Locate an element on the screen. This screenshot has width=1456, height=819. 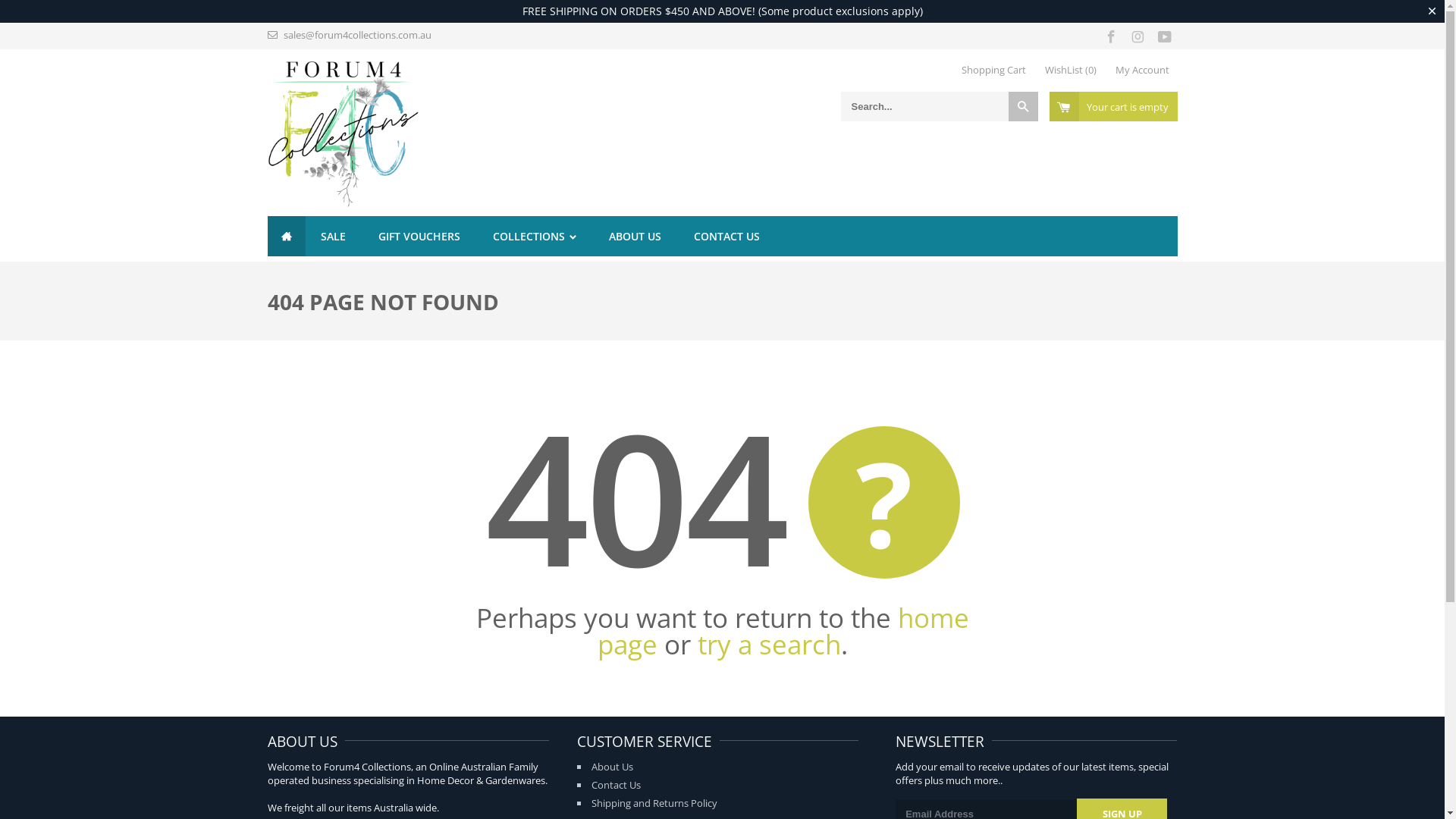
'sales@forum4collections.com.au' is located at coordinates (356, 34).